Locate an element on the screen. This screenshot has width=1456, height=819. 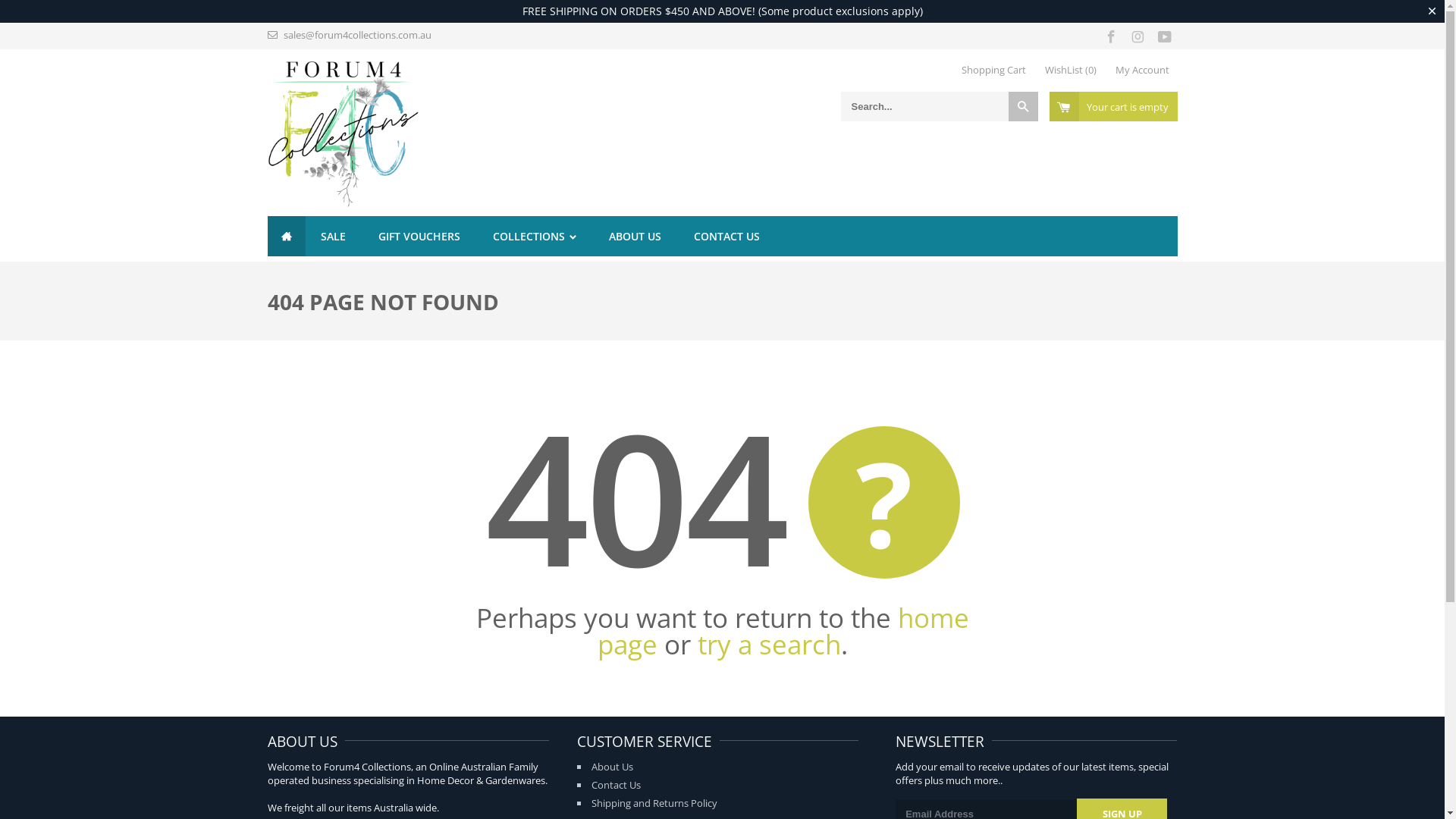
'sales@forum4collections.com.au' is located at coordinates (356, 34).